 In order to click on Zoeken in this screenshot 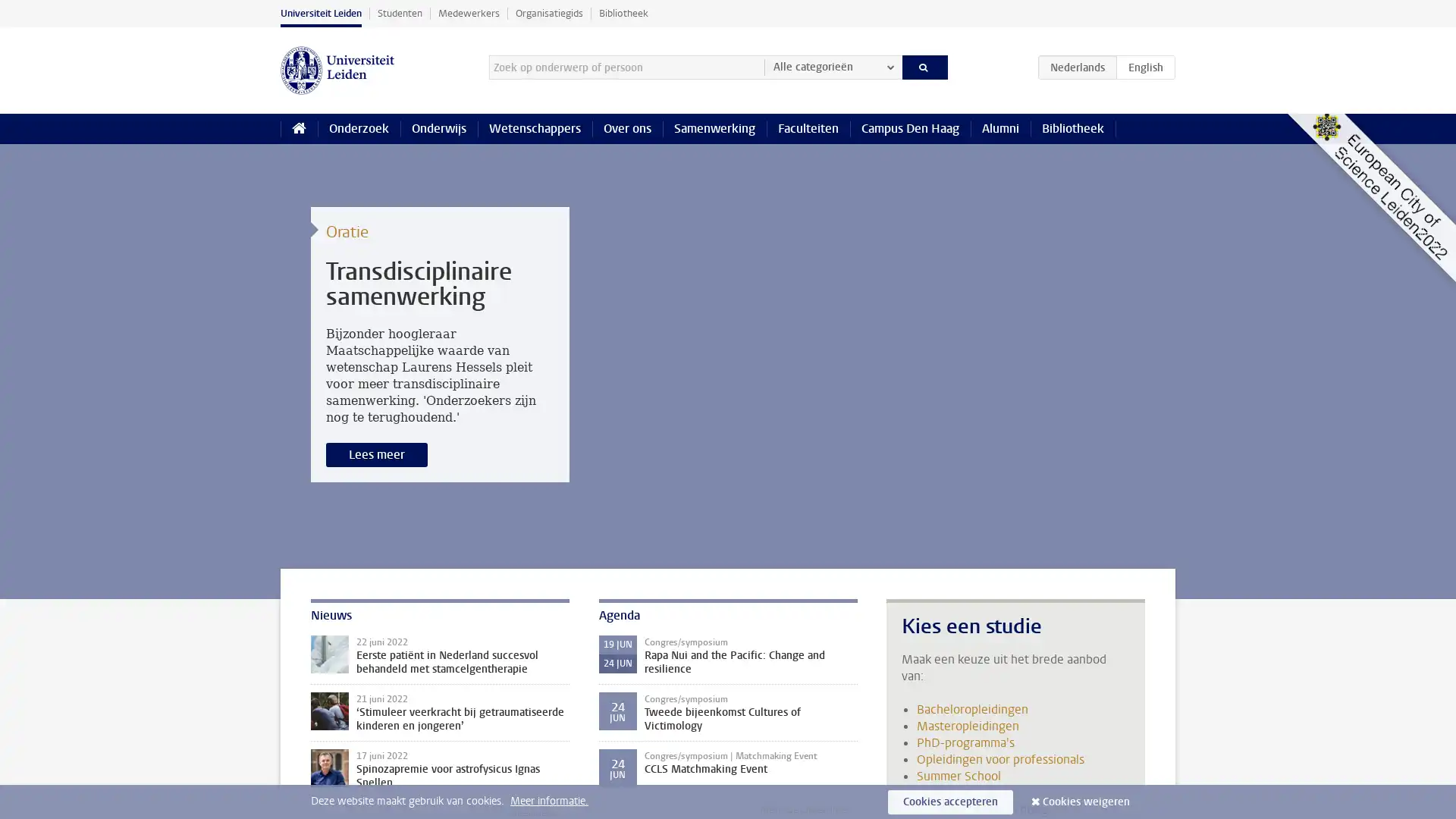, I will do `click(924, 66)`.